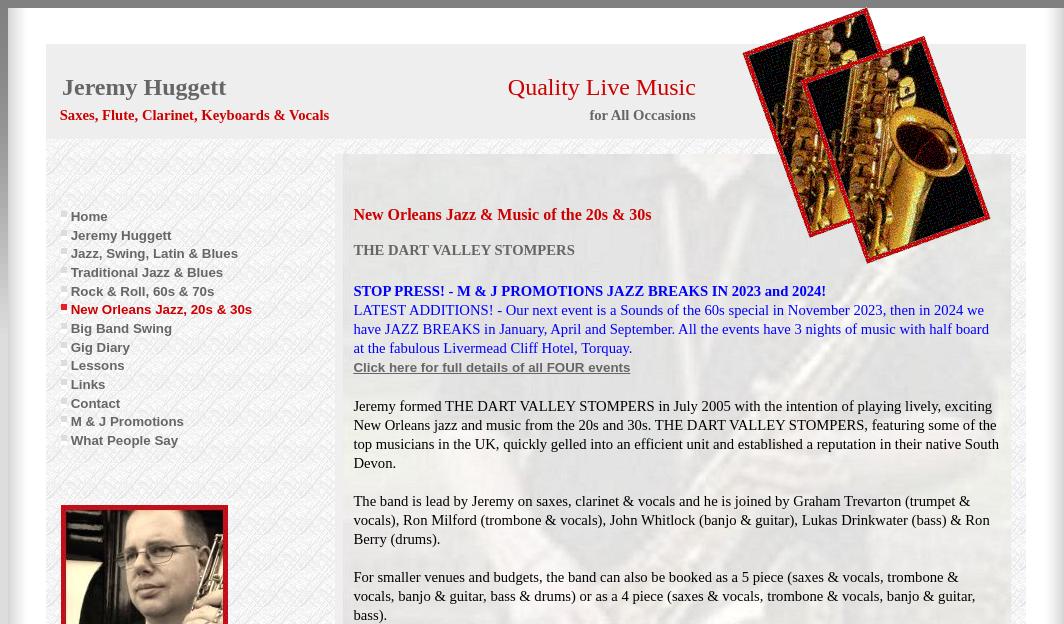 The height and width of the screenshot is (624, 1064). What do you see at coordinates (97, 345) in the screenshot?
I see `'Gig Diary'` at bounding box center [97, 345].